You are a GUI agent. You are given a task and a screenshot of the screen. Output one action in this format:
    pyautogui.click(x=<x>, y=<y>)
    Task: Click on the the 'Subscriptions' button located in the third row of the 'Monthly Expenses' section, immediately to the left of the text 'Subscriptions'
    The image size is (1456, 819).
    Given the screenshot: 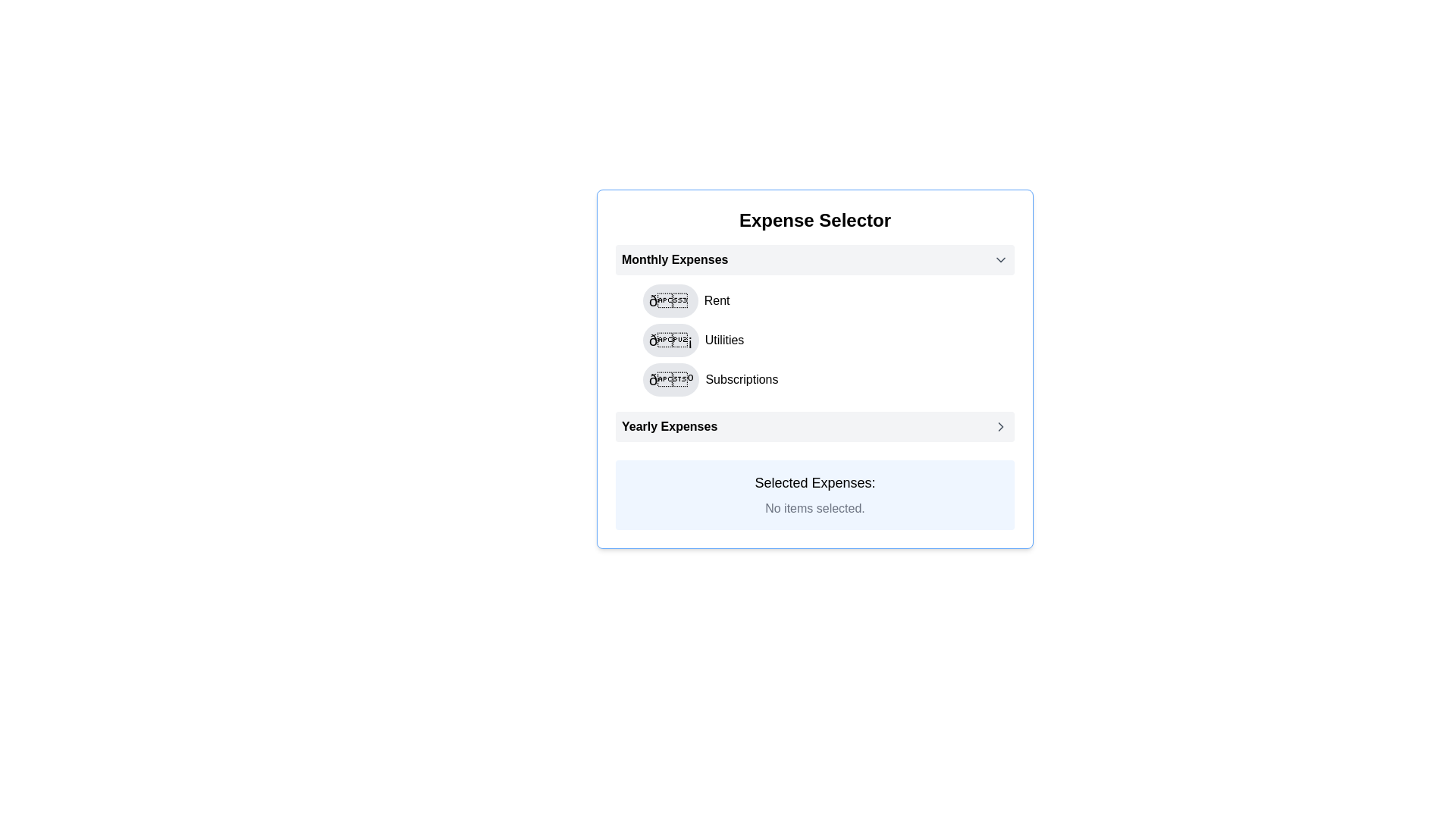 What is the action you would take?
    pyautogui.click(x=670, y=379)
    